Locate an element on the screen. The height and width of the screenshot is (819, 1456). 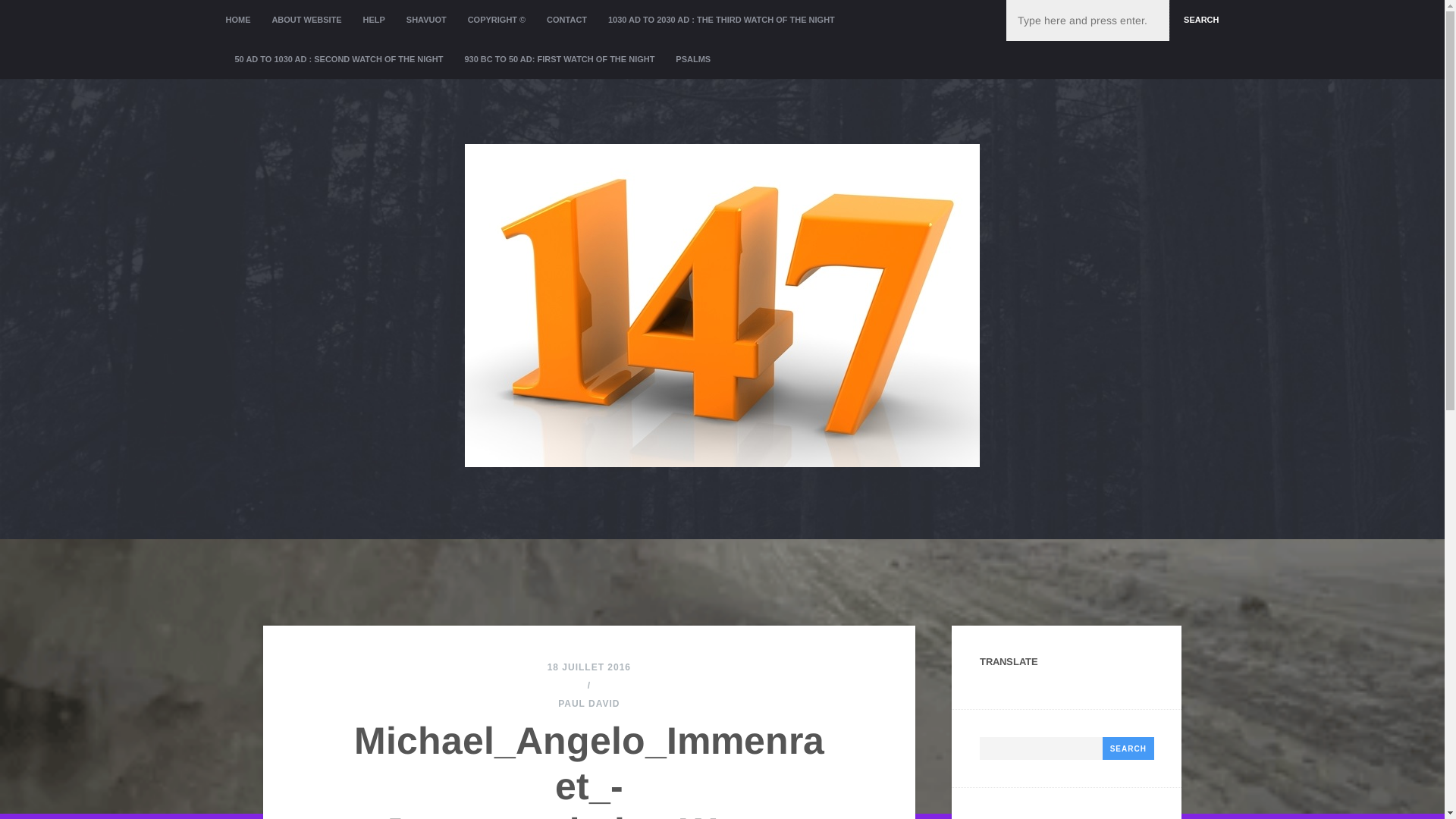
'PSALMS' is located at coordinates (692, 58).